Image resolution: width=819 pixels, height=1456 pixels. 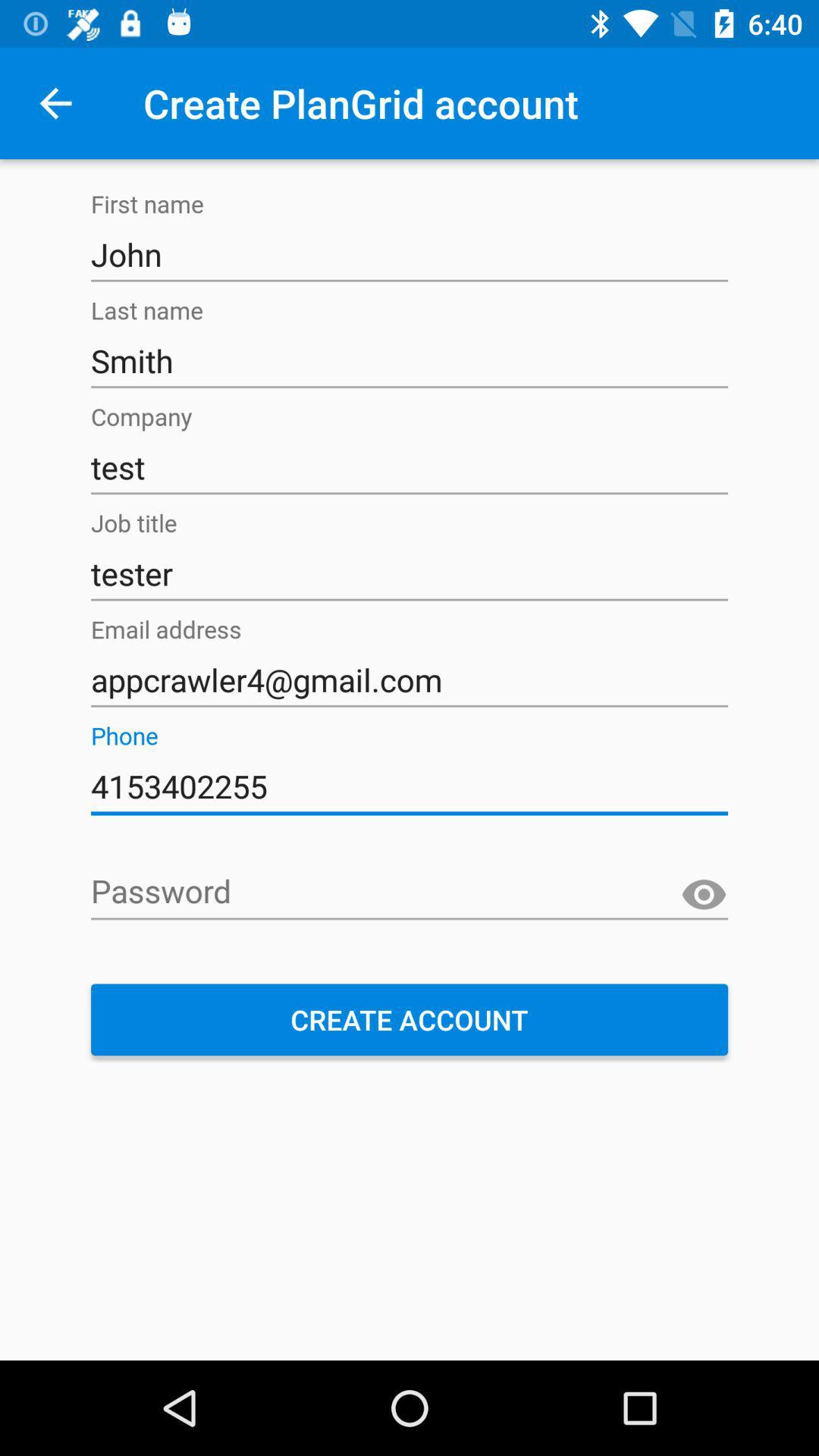 I want to click on the icon above the tester item, so click(x=409, y=466).